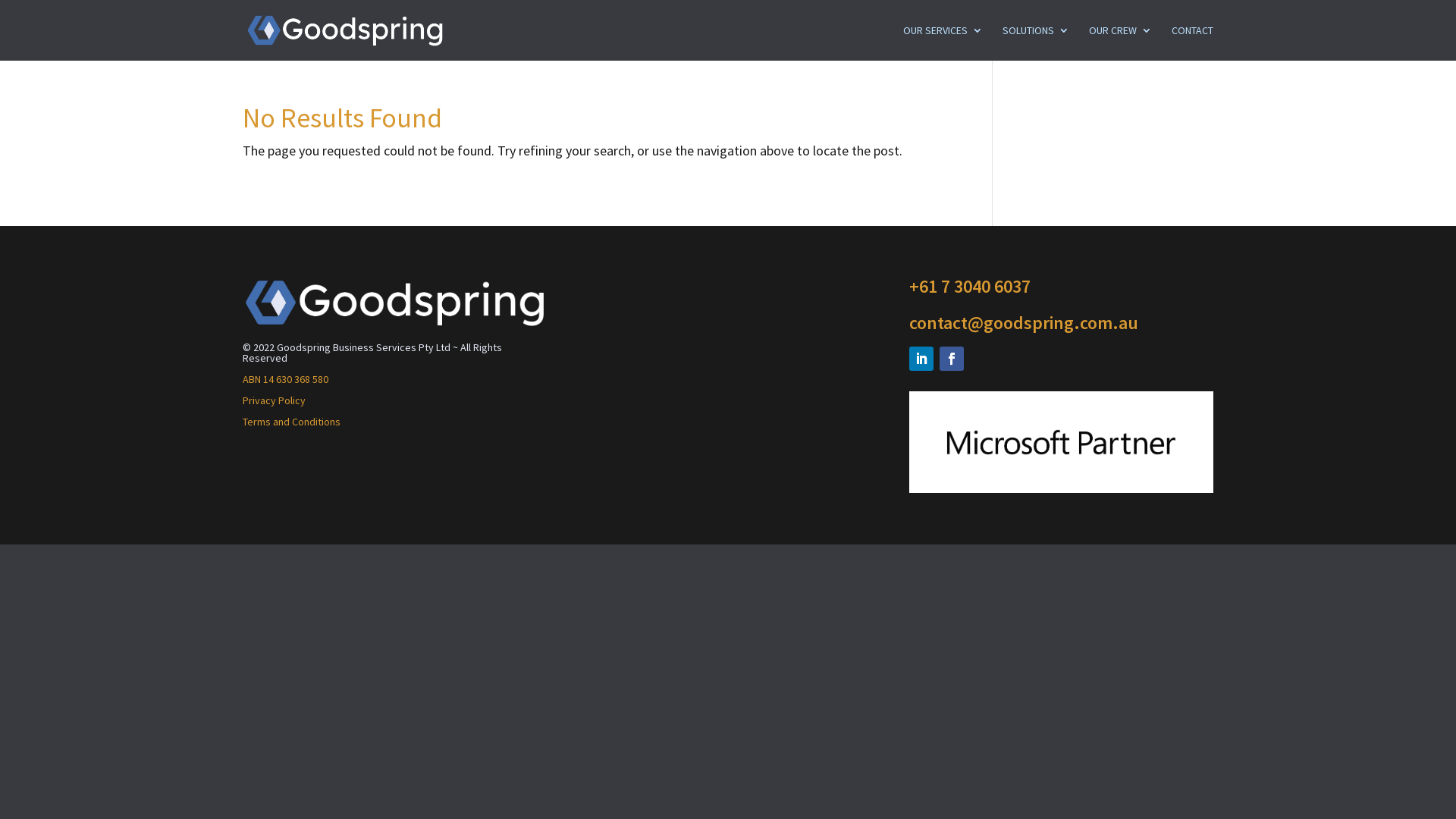 This screenshot has width=1456, height=819. I want to click on 'Follow on Facebook', so click(950, 359).